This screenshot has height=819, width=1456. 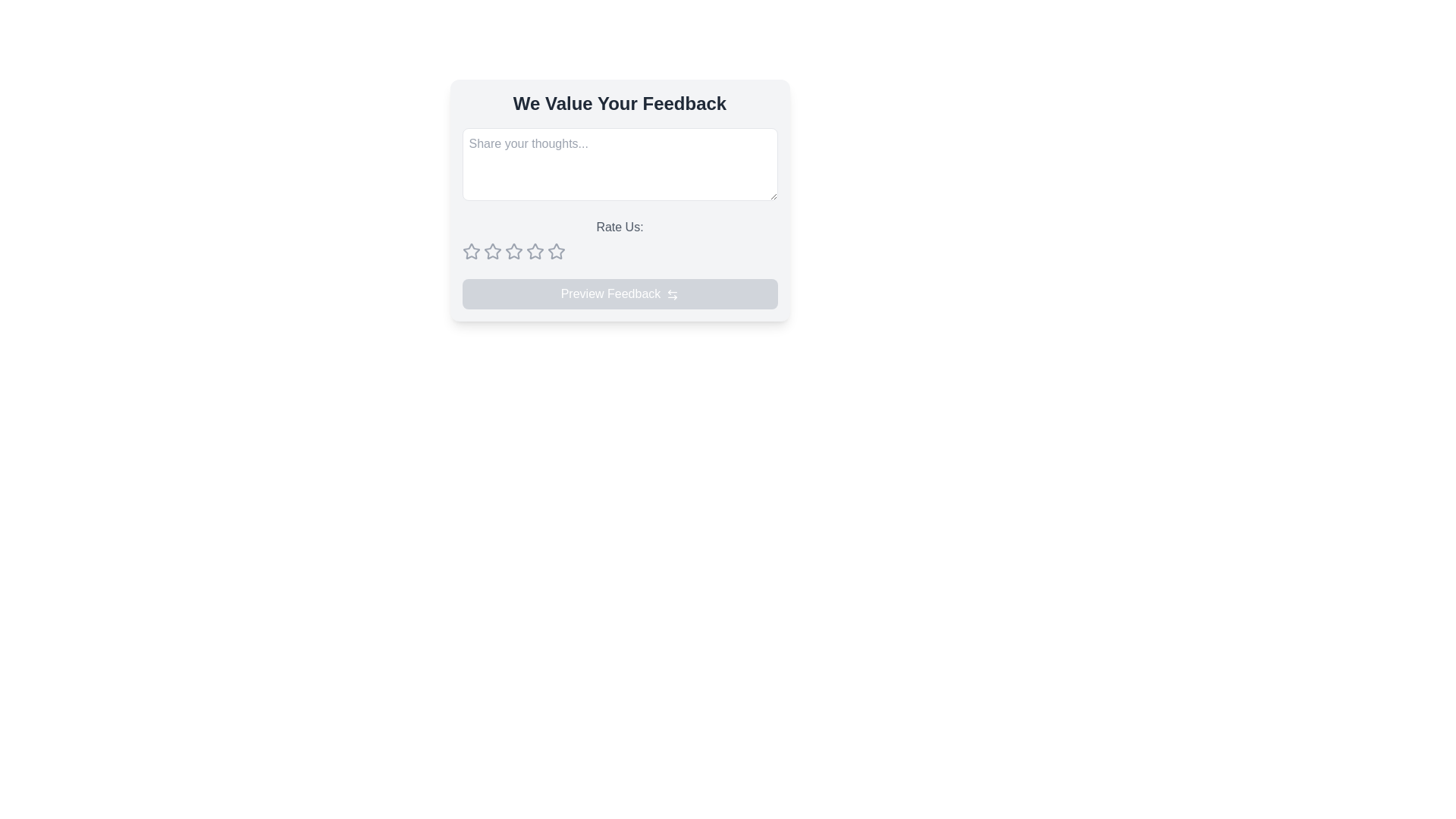 I want to click on the sixth star rating button located below the 'Rate Us' text area, so click(x=535, y=250).